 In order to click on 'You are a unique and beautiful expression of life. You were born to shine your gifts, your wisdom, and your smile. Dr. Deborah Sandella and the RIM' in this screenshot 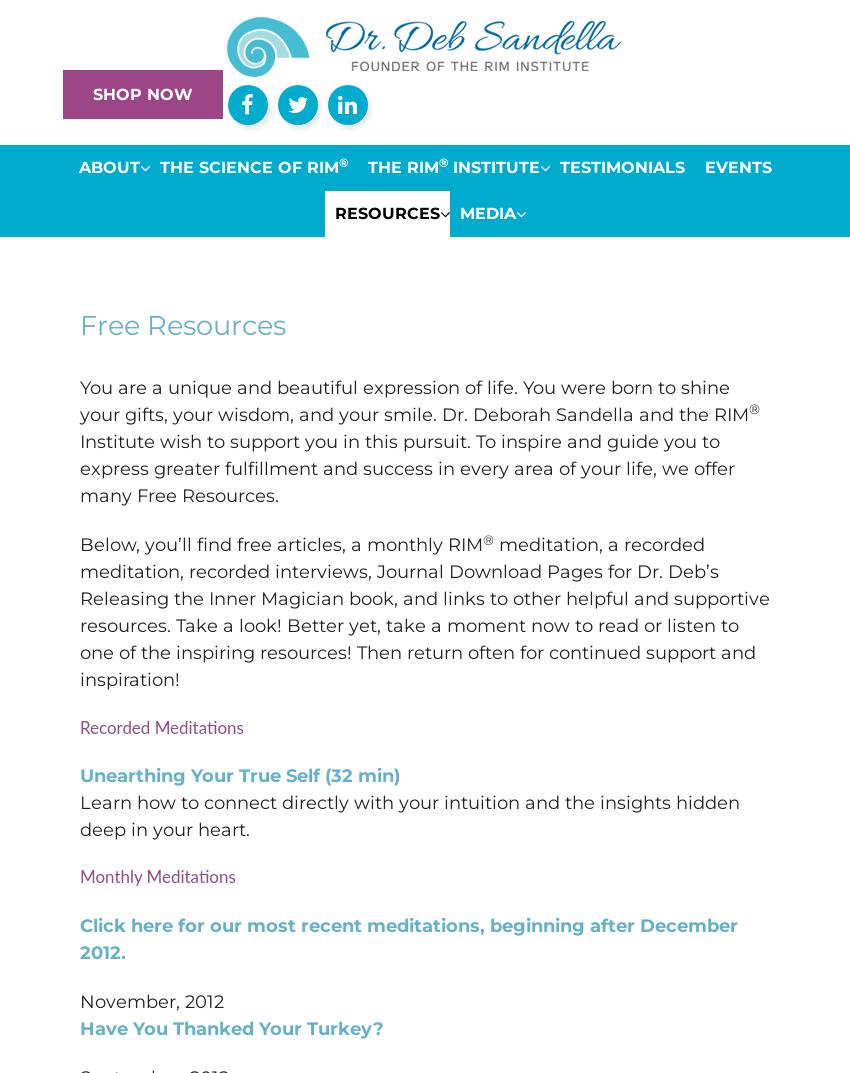, I will do `click(414, 400)`.